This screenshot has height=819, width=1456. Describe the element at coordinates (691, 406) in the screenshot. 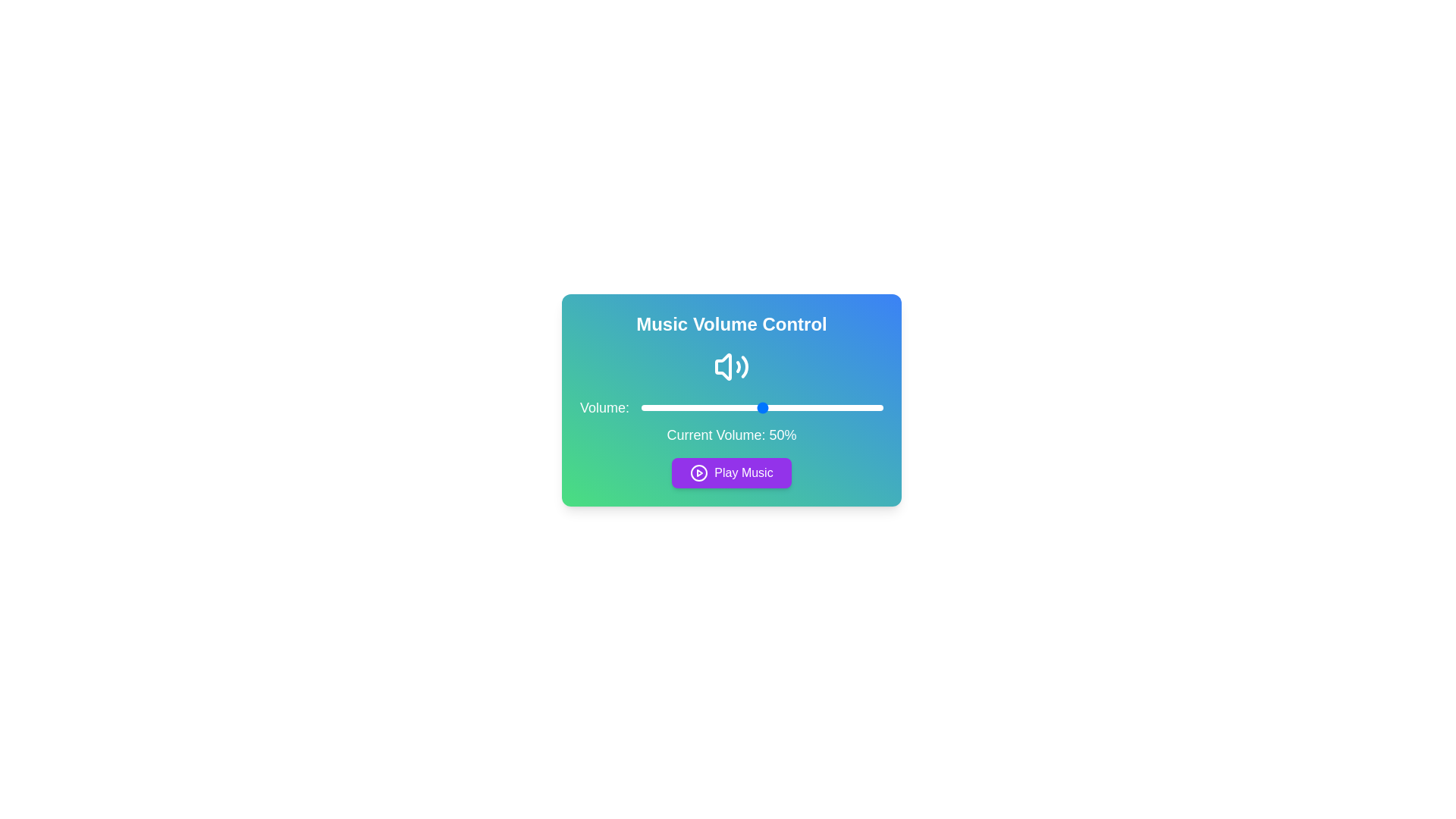

I see `the volume slider to set the volume to 21%` at that location.